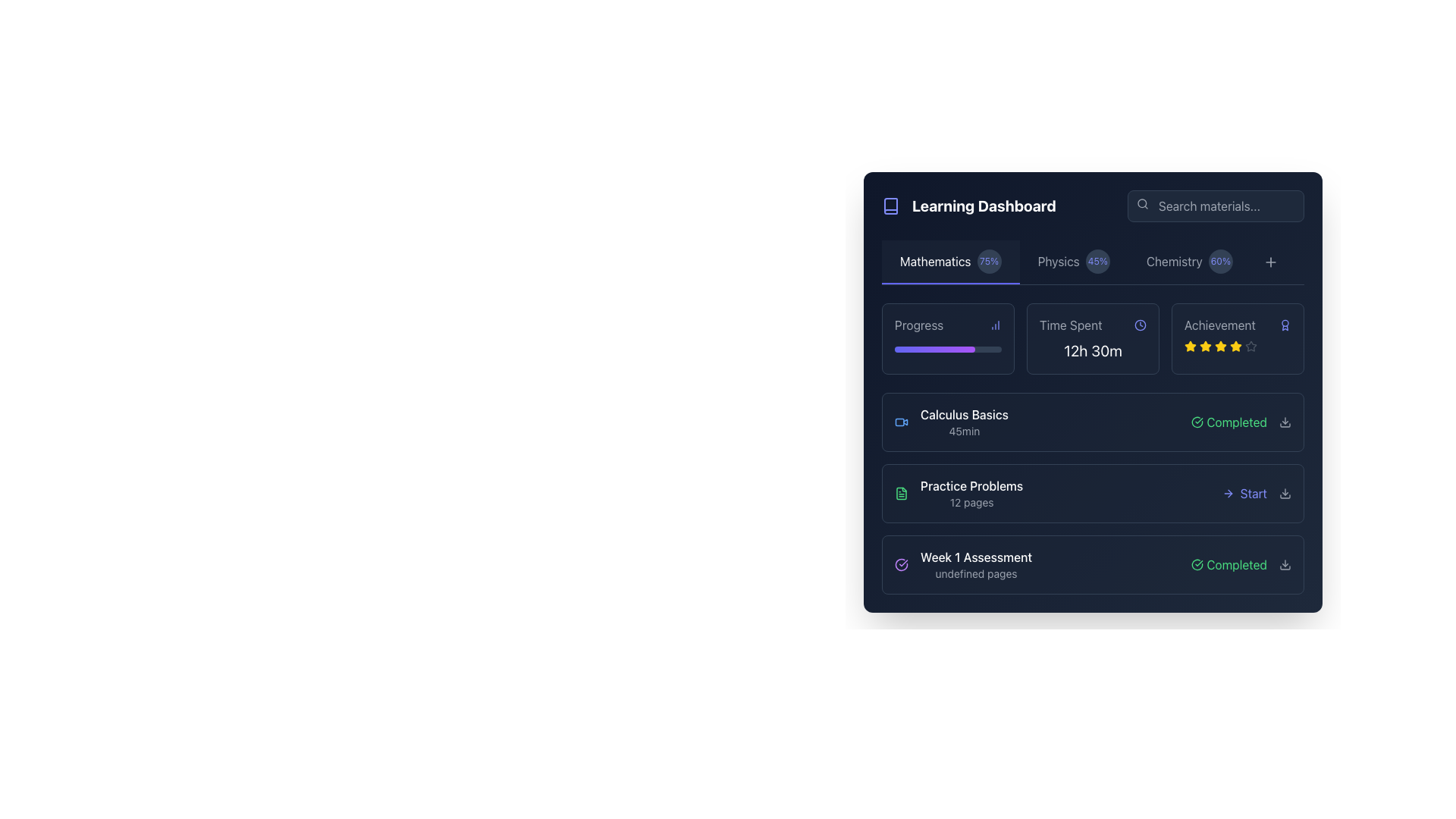 This screenshot has width=1456, height=819. What do you see at coordinates (971, 494) in the screenshot?
I see `the 'Practice Problems' text block, which features a bold white title and a smaller gray subtitle` at bounding box center [971, 494].